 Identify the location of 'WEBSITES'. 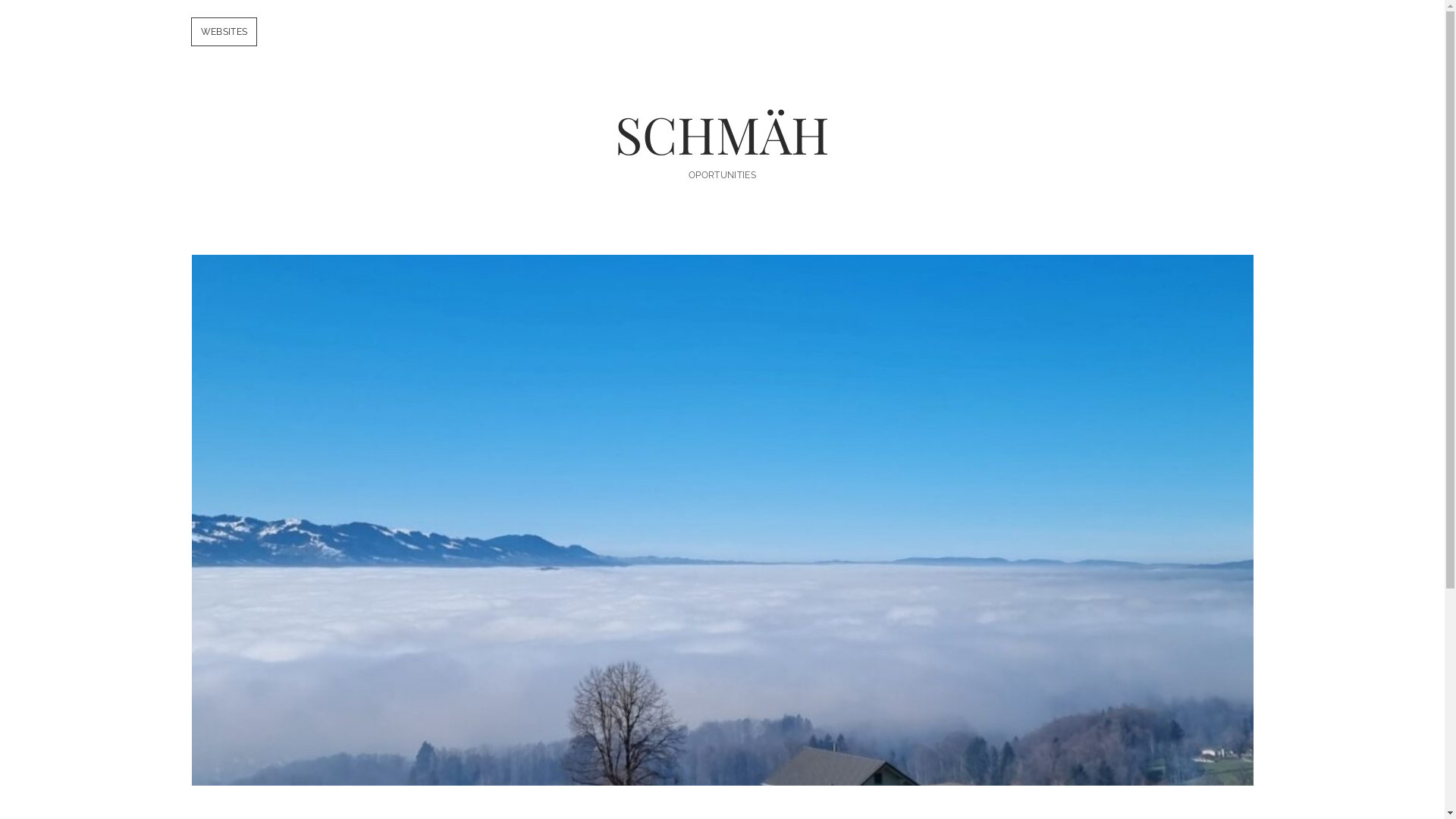
(222, 32).